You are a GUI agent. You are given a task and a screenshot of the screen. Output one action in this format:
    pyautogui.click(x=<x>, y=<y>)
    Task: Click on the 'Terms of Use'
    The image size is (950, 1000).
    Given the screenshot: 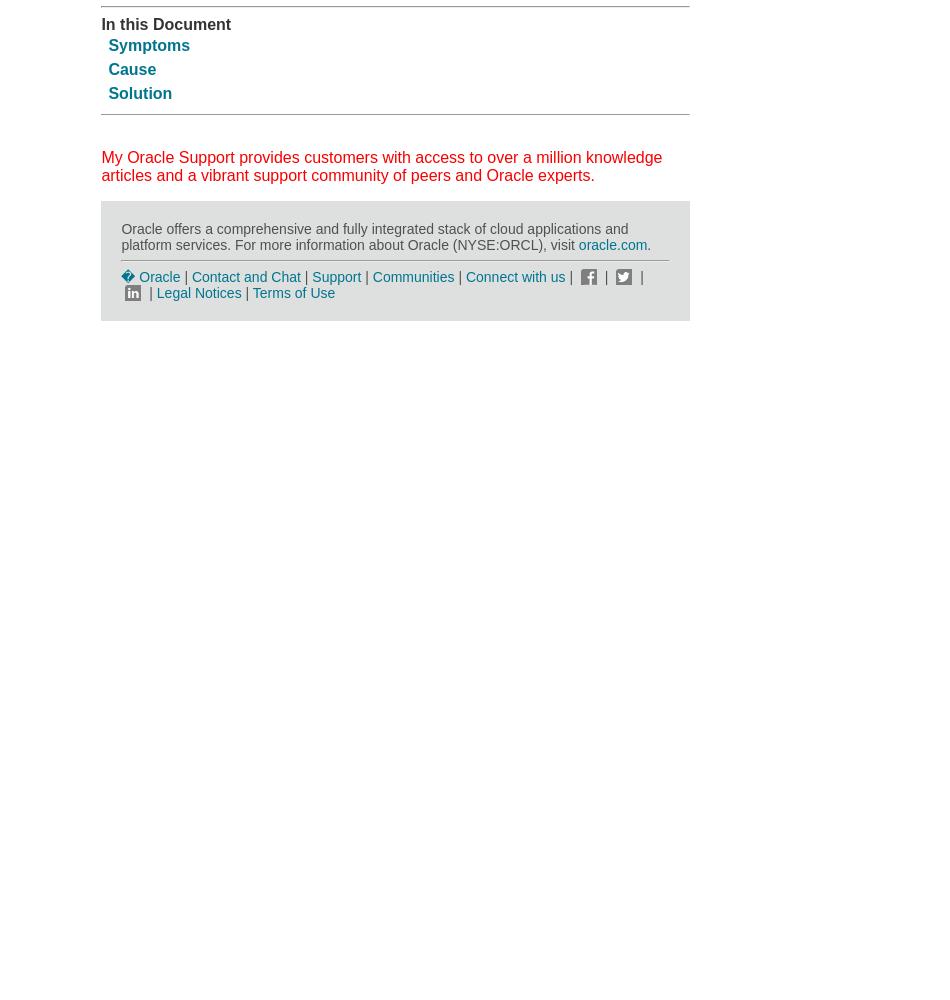 What is the action you would take?
    pyautogui.click(x=251, y=292)
    